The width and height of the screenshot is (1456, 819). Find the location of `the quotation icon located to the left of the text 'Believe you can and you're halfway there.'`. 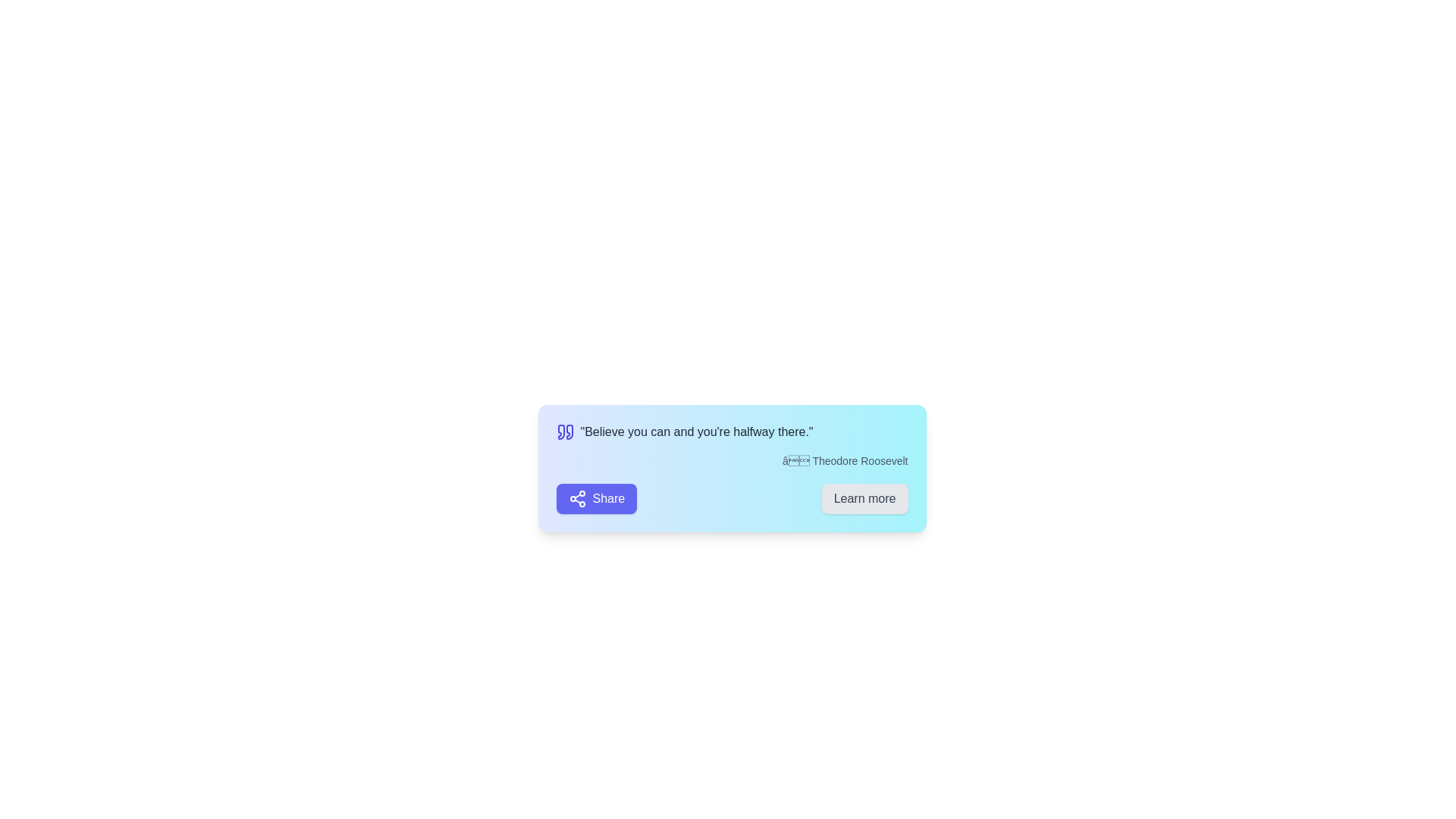

the quotation icon located to the left of the text 'Believe you can and you're halfway there.' is located at coordinates (564, 432).